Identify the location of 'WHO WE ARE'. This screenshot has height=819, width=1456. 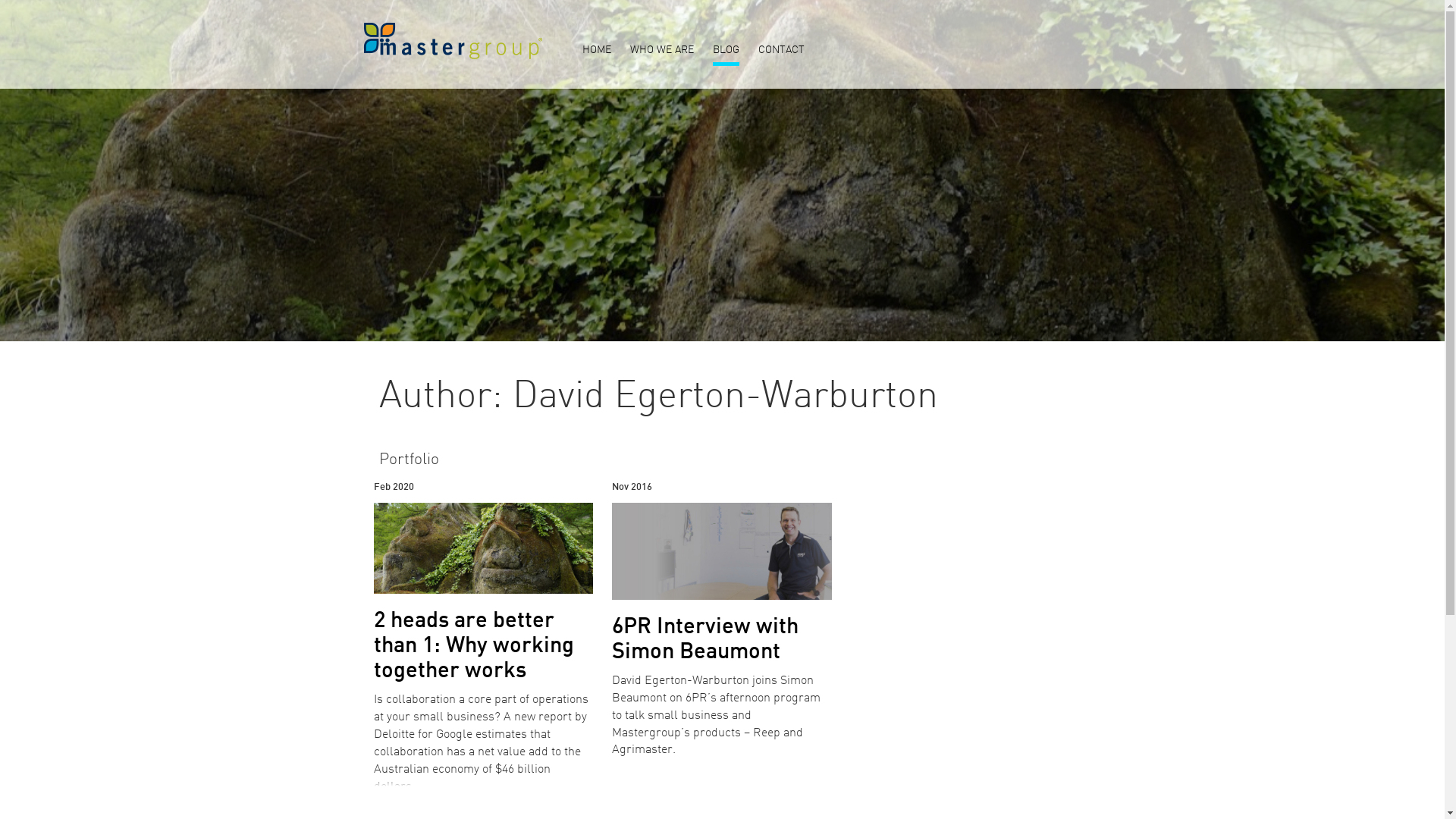
(661, 51).